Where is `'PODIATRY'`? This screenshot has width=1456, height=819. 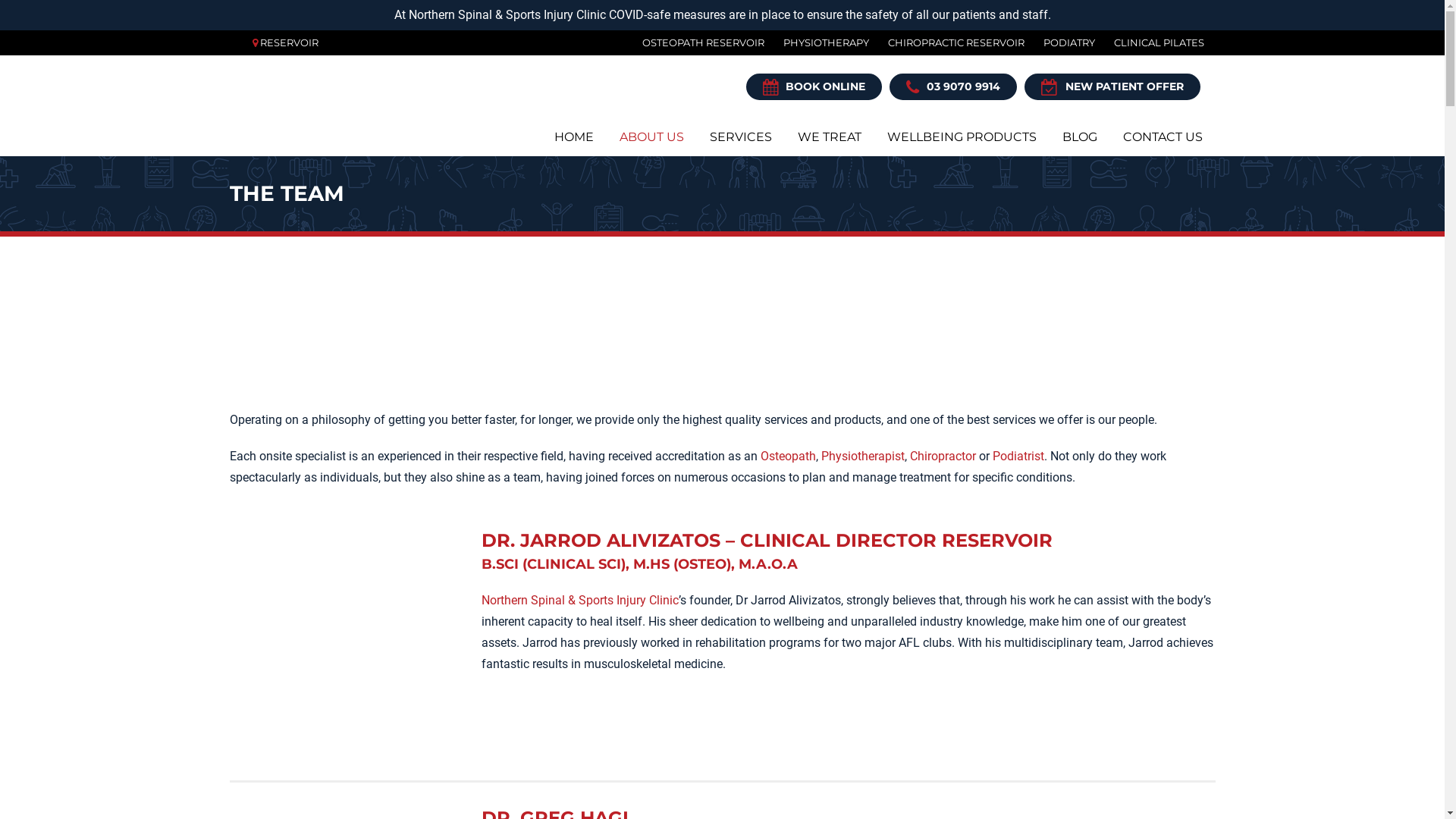
'PODIATRY' is located at coordinates (1058, 42).